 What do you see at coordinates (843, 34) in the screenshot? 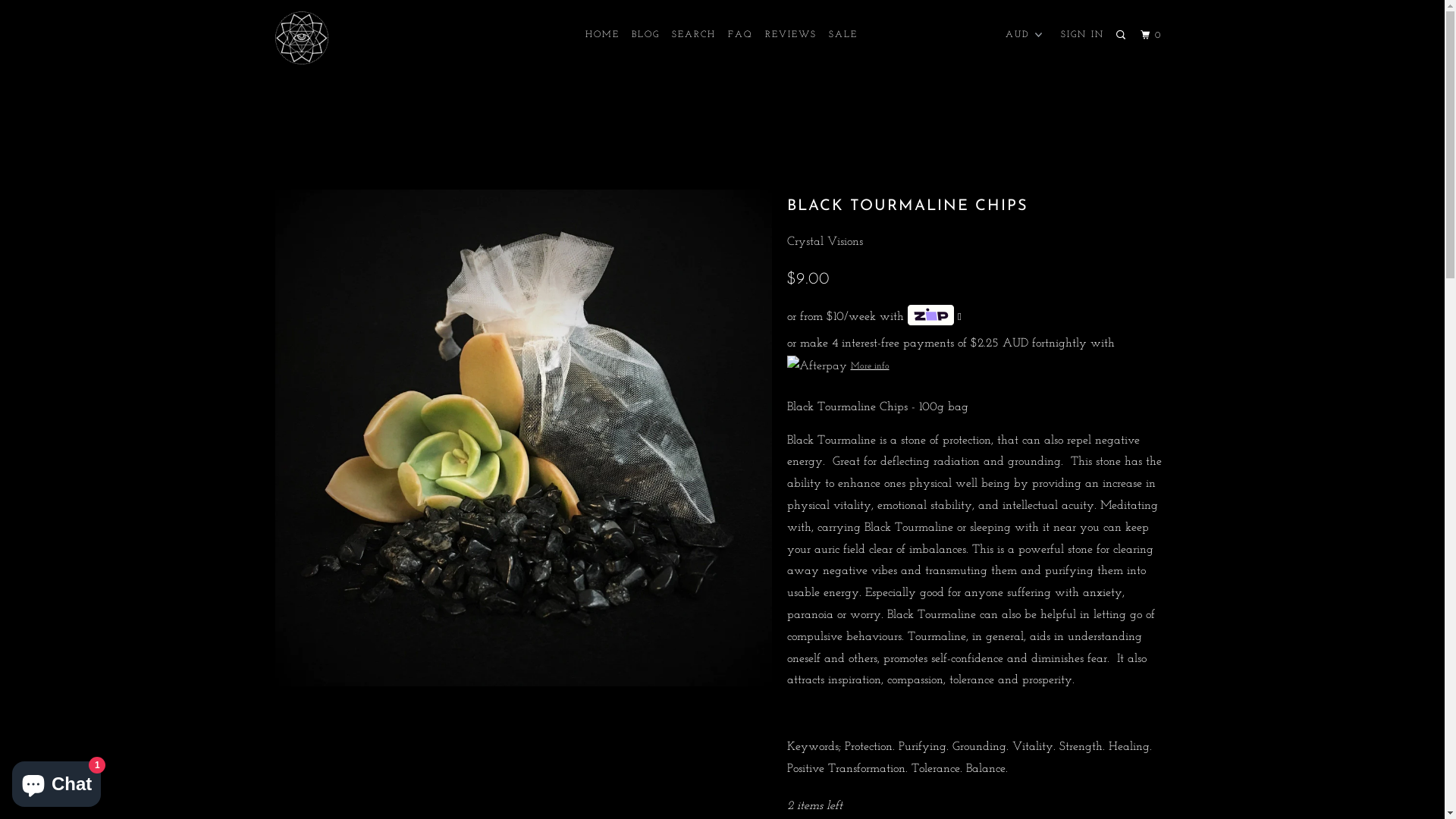
I see `'SALE'` at bounding box center [843, 34].